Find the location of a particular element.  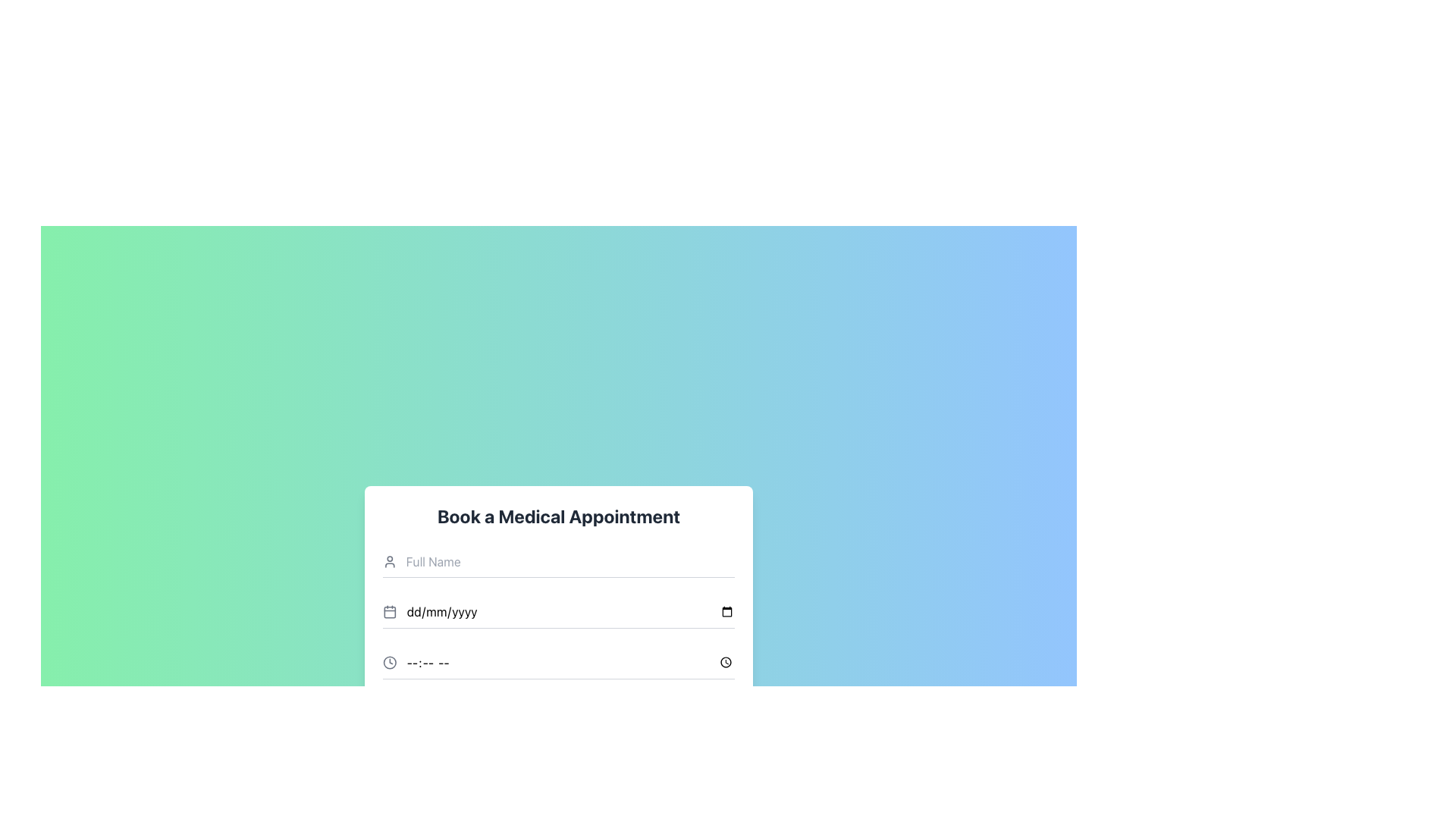

the Time input field, which is the fourth input field in the 'Book a Medical Appointment' form, located below the 'Appointment Date' field and above the form action buttons is located at coordinates (558, 662).